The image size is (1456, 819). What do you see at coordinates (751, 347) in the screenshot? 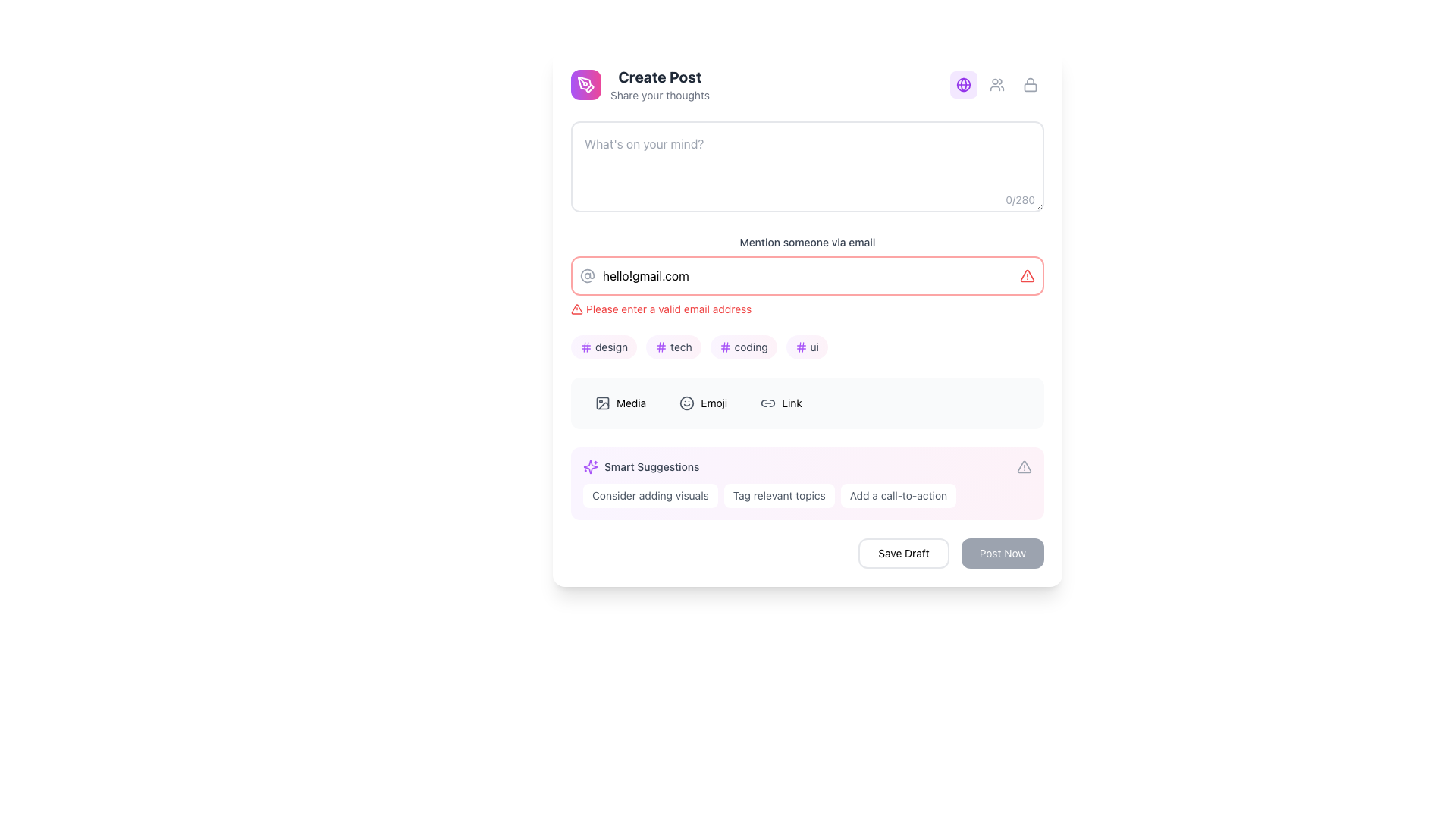
I see `the non-interactive text label indicating the topic 'coding', which is part of a horizontally aligned pill in a row of similar hashtag pills below an email input box` at bounding box center [751, 347].